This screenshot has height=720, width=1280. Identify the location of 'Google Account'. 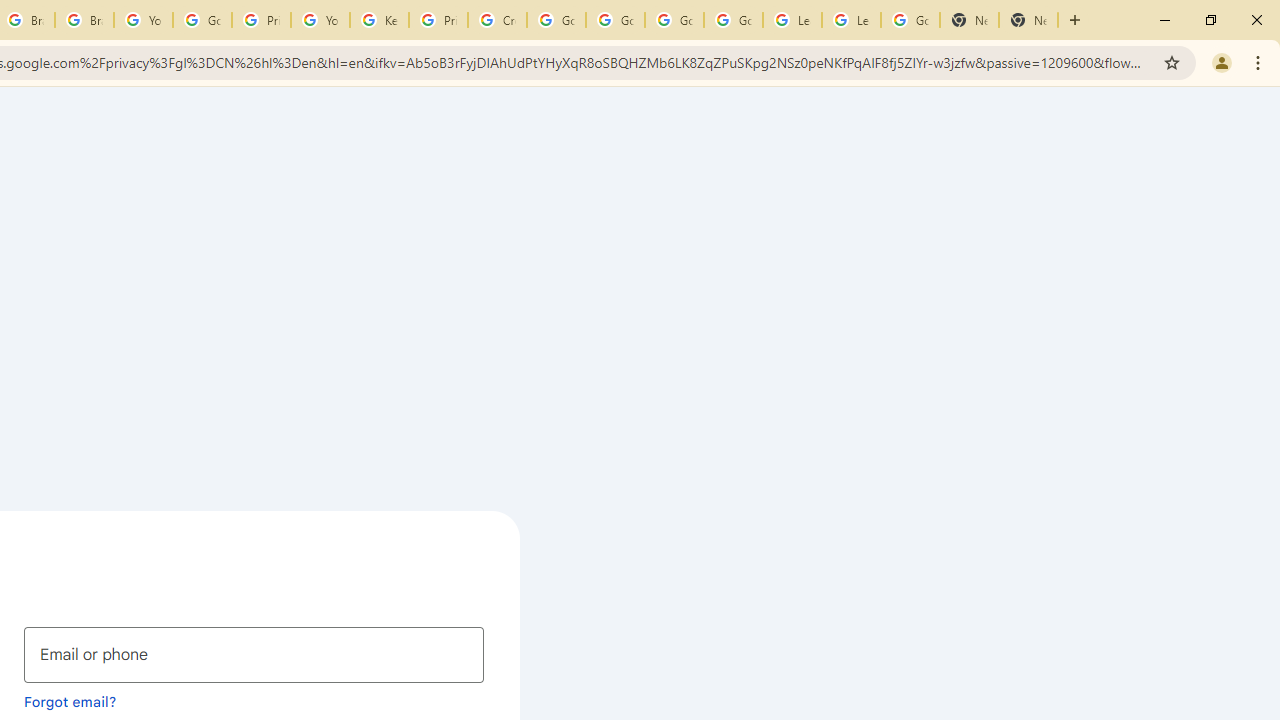
(909, 20).